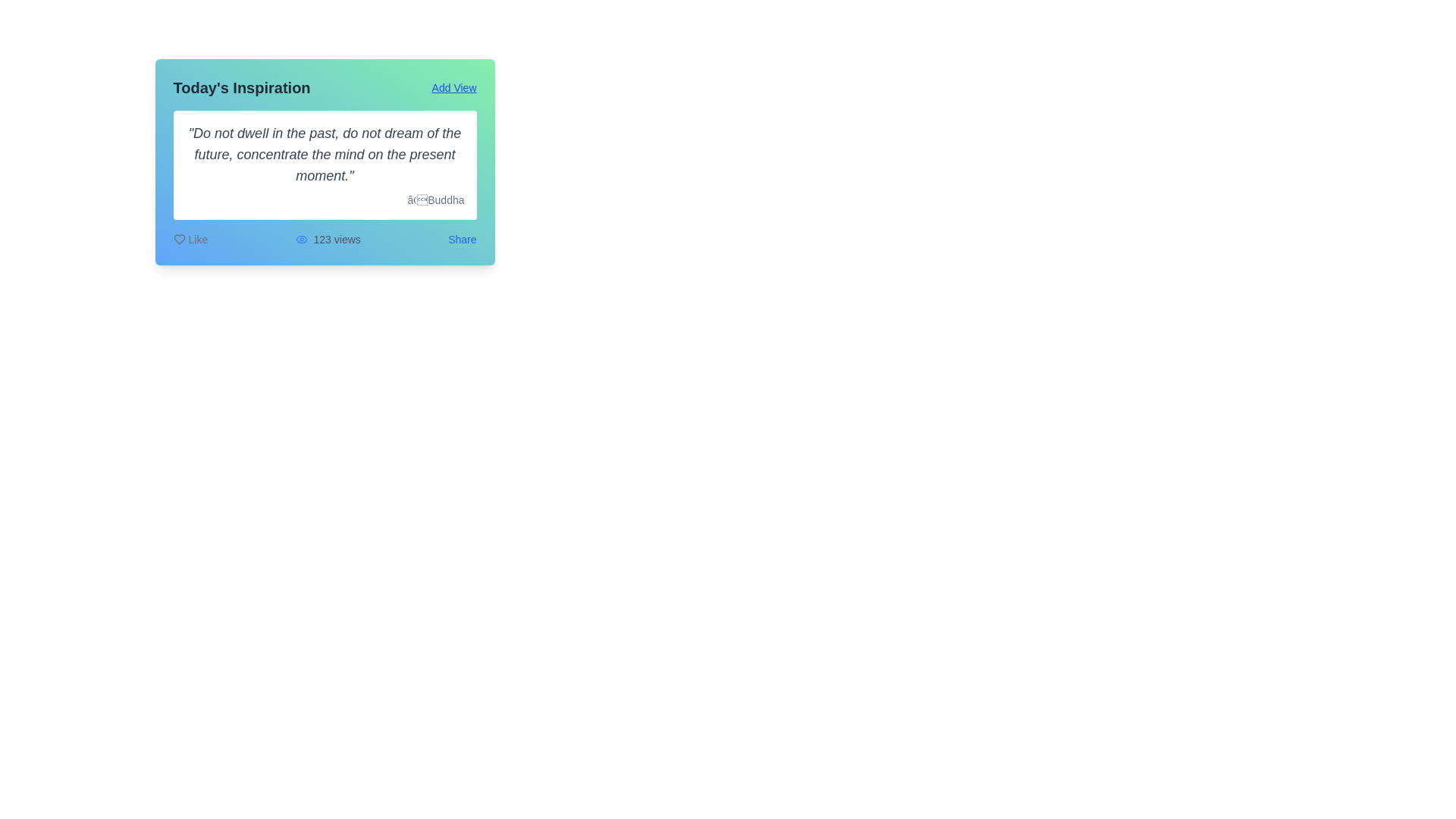 This screenshot has height=819, width=1456. What do you see at coordinates (453, 87) in the screenshot?
I see `the 'Add View' link located in the header bar, which is positioned on the right side of 'Today's Inspiration'` at bounding box center [453, 87].